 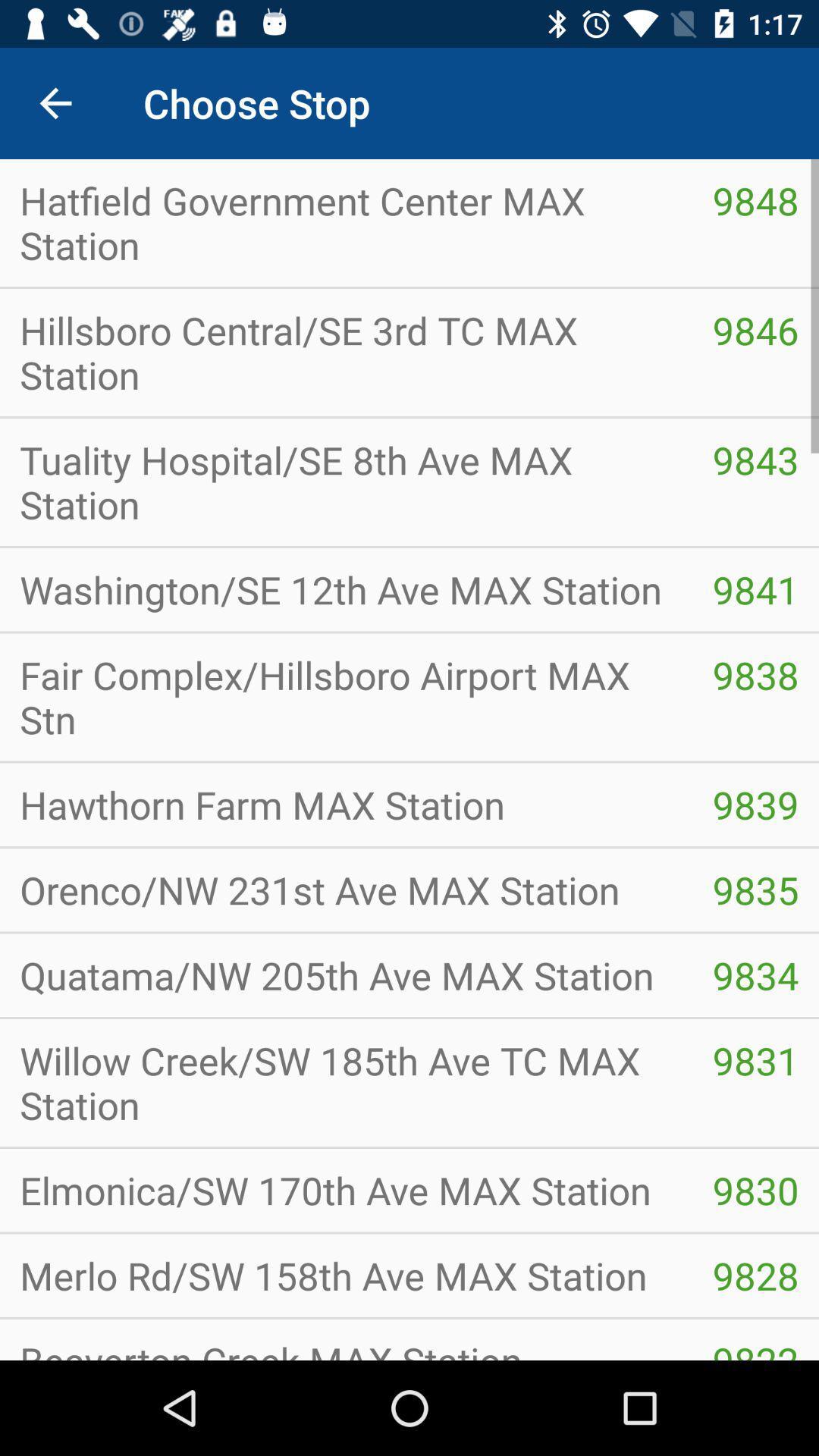 What do you see at coordinates (346, 1082) in the screenshot?
I see `icon to the left of 9834` at bounding box center [346, 1082].